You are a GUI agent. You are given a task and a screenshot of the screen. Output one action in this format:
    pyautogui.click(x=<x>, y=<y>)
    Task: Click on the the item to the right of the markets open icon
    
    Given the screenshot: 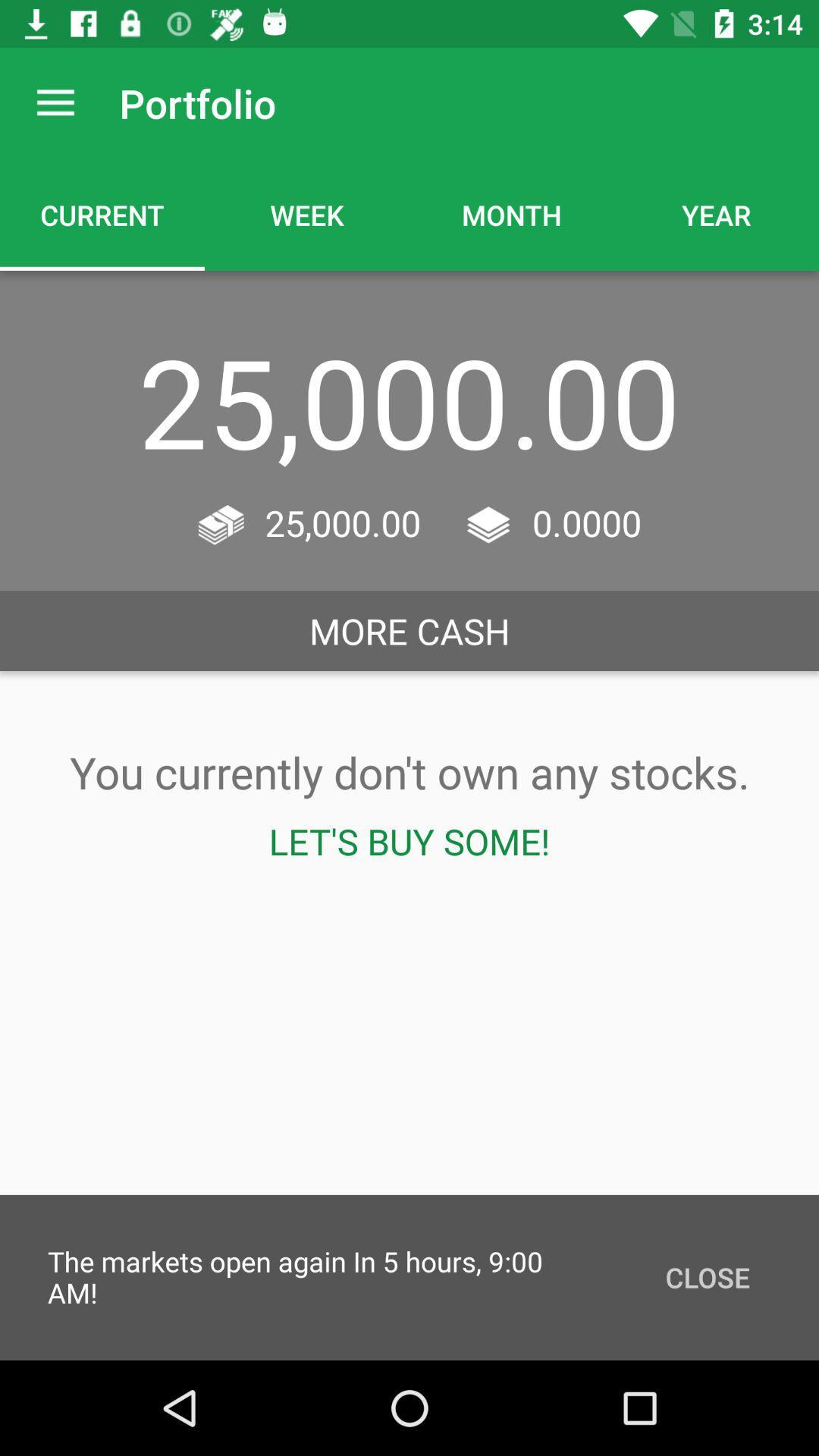 What is the action you would take?
    pyautogui.click(x=708, y=1276)
    